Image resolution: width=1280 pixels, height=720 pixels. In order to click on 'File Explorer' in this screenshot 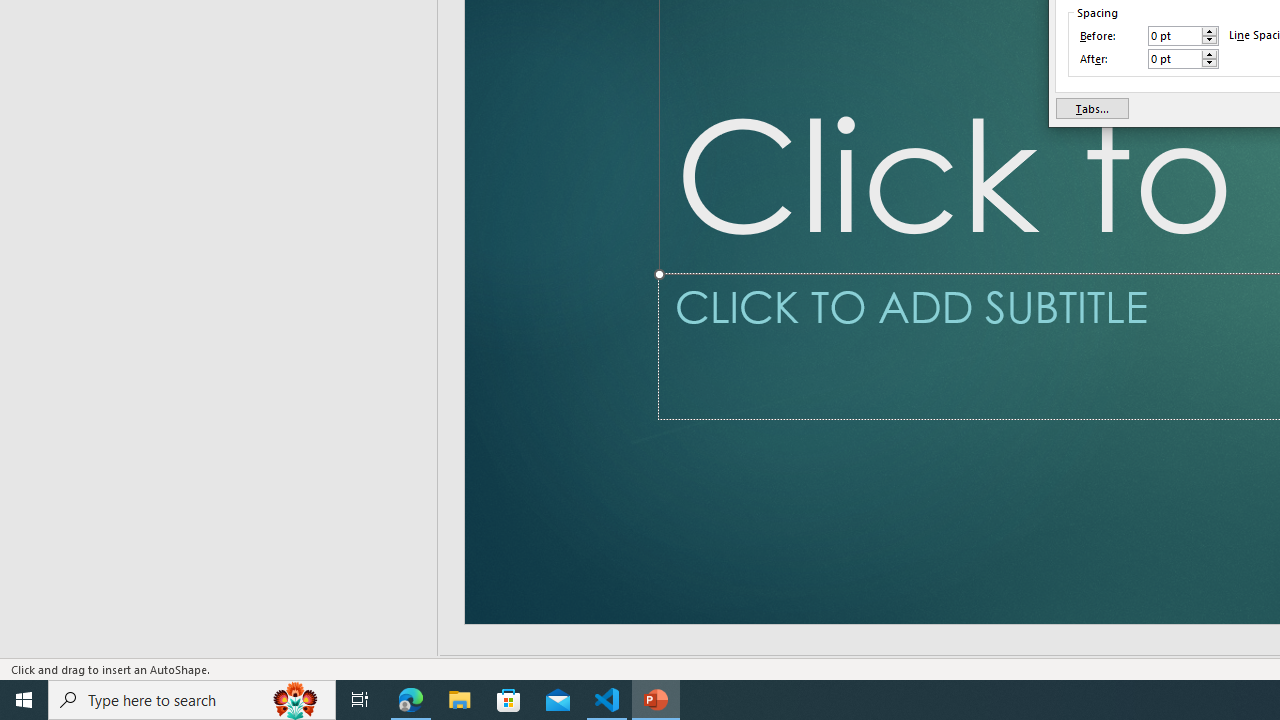, I will do `click(459, 698)`.